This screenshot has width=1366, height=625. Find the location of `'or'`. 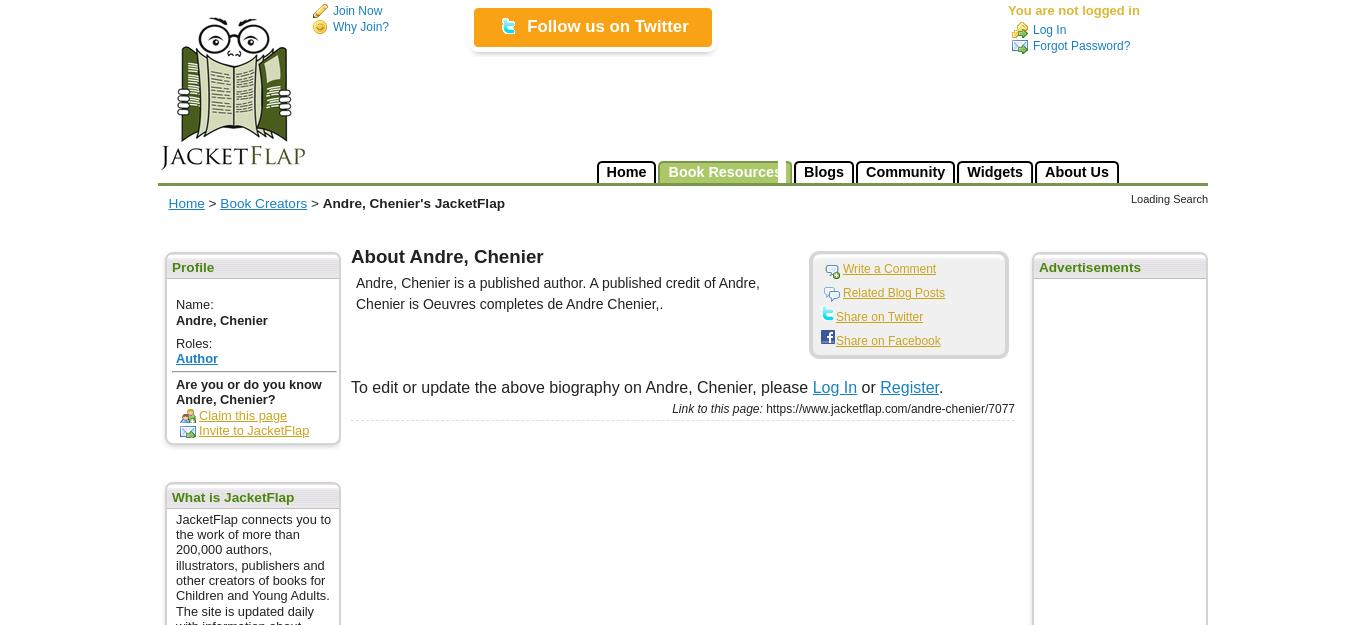

'or' is located at coordinates (867, 387).